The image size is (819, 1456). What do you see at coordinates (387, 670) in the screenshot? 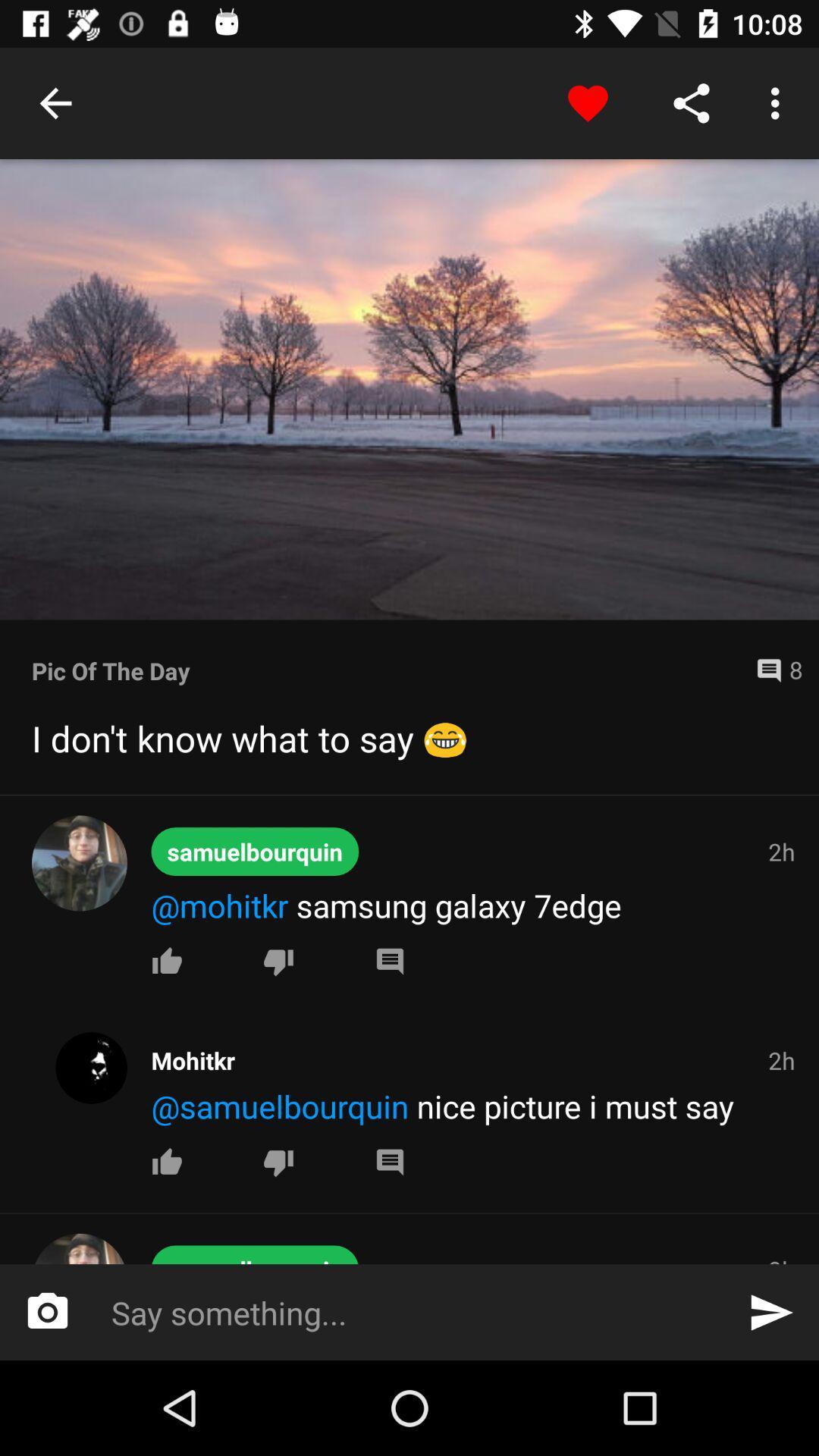
I see `the item to the left of 8 icon` at bounding box center [387, 670].